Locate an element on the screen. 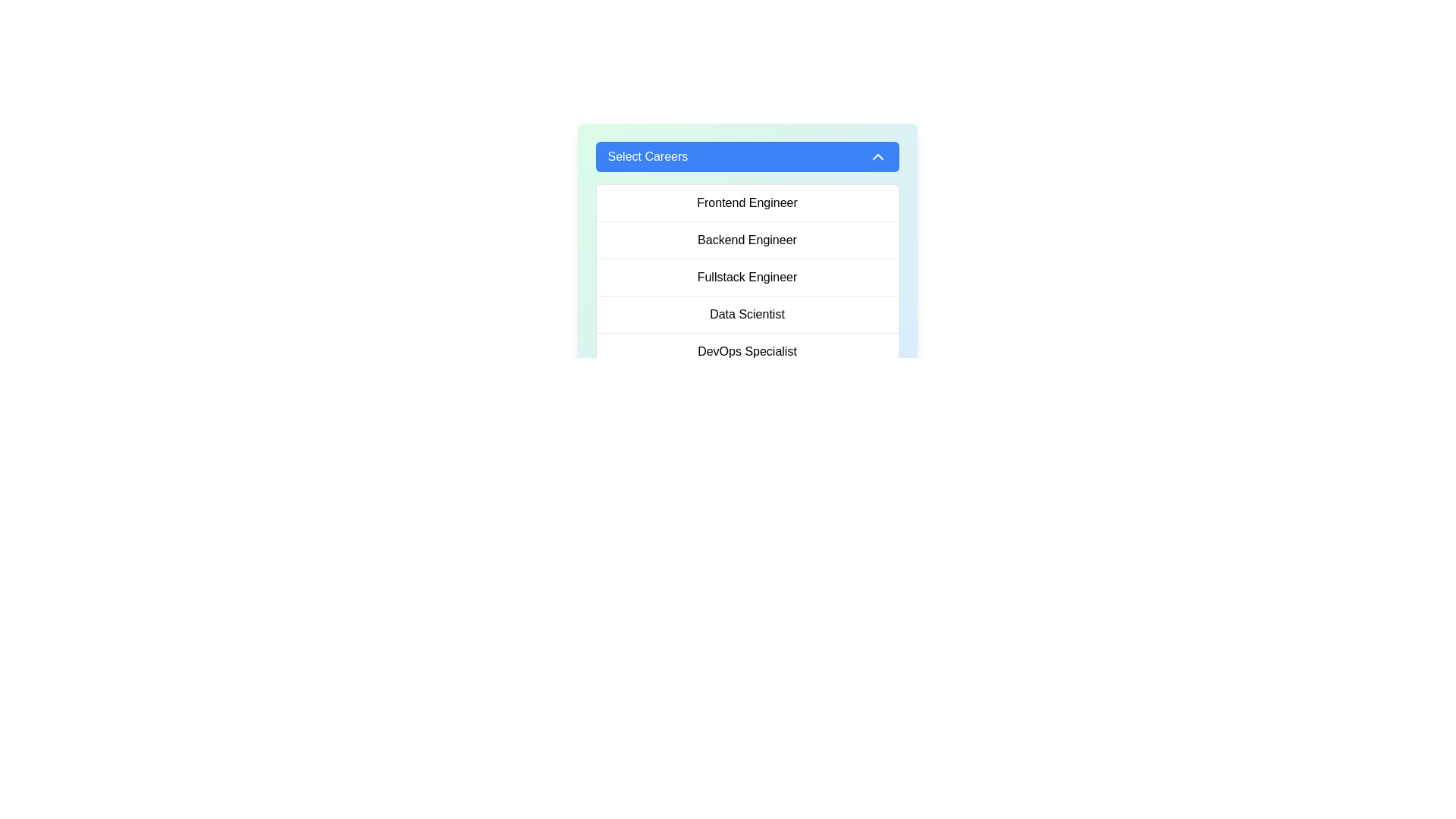  the state change of the dropdown indicator icon located to the right of the 'Select Careers' button is located at coordinates (877, 157).